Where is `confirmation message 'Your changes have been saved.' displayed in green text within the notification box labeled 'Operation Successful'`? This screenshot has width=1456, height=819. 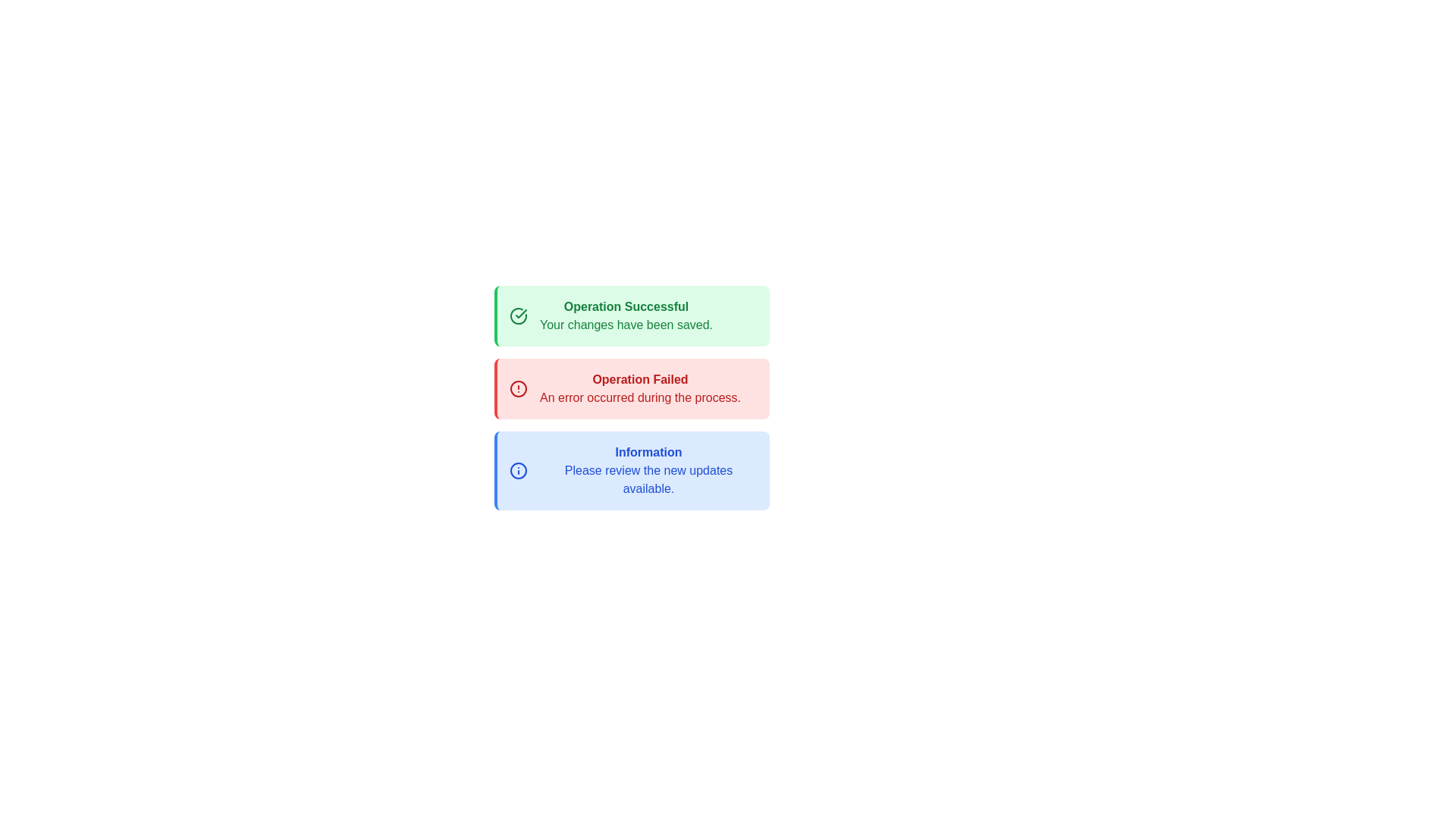 confirmation message 'Your changes have been saved.' displayed in green text within the notification box labeled 'Operation Successful' is located at coordinates (626, 324).